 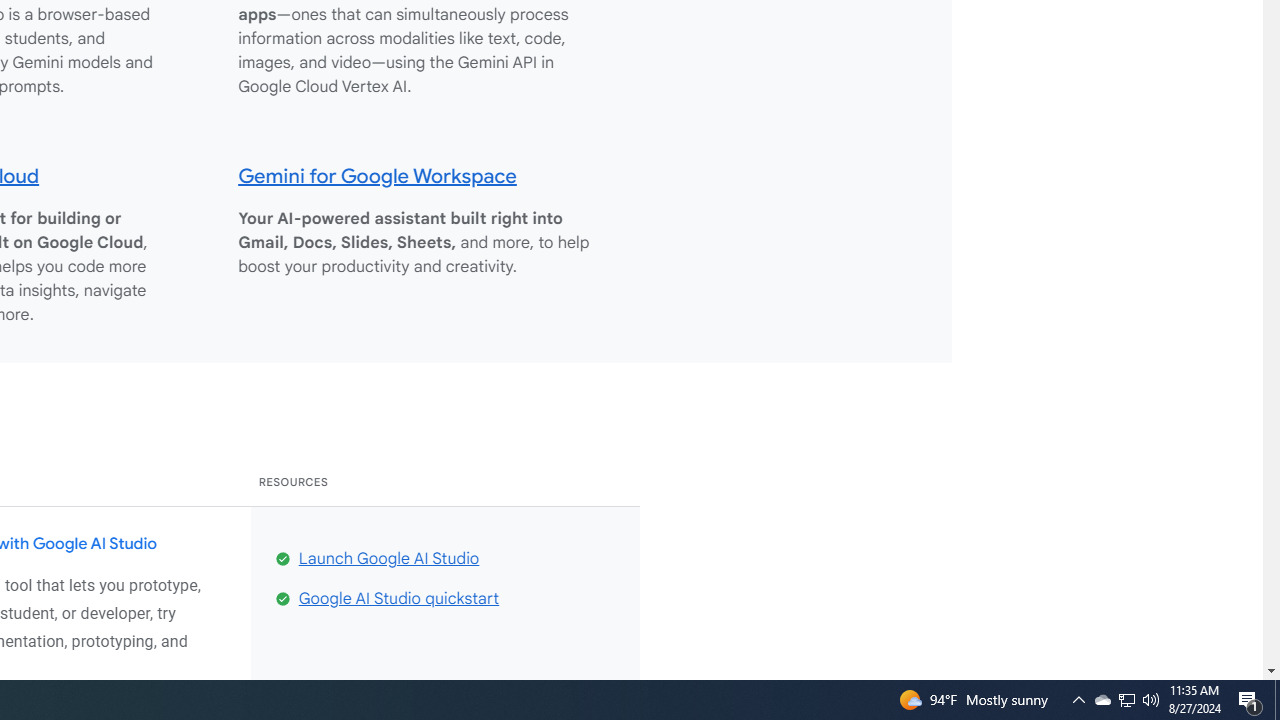 What do you see at coordinates (399, 598) in the screenshot?
I see `'Google AI Studio quickstart'` at bounding box center [399, 598].